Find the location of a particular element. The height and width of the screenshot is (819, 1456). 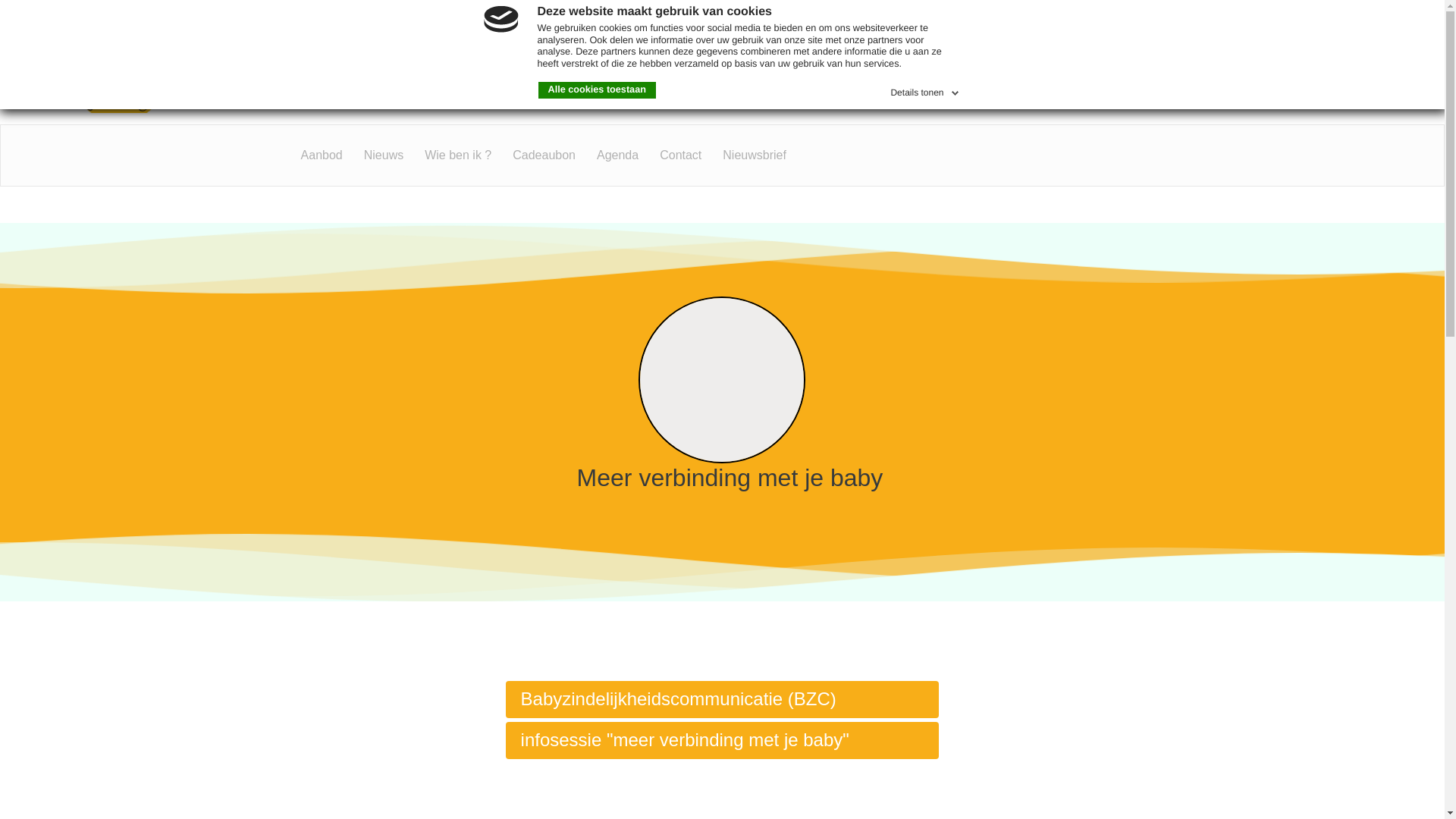

'Alle cookies toestaan' is located at coordinates (596, 90).